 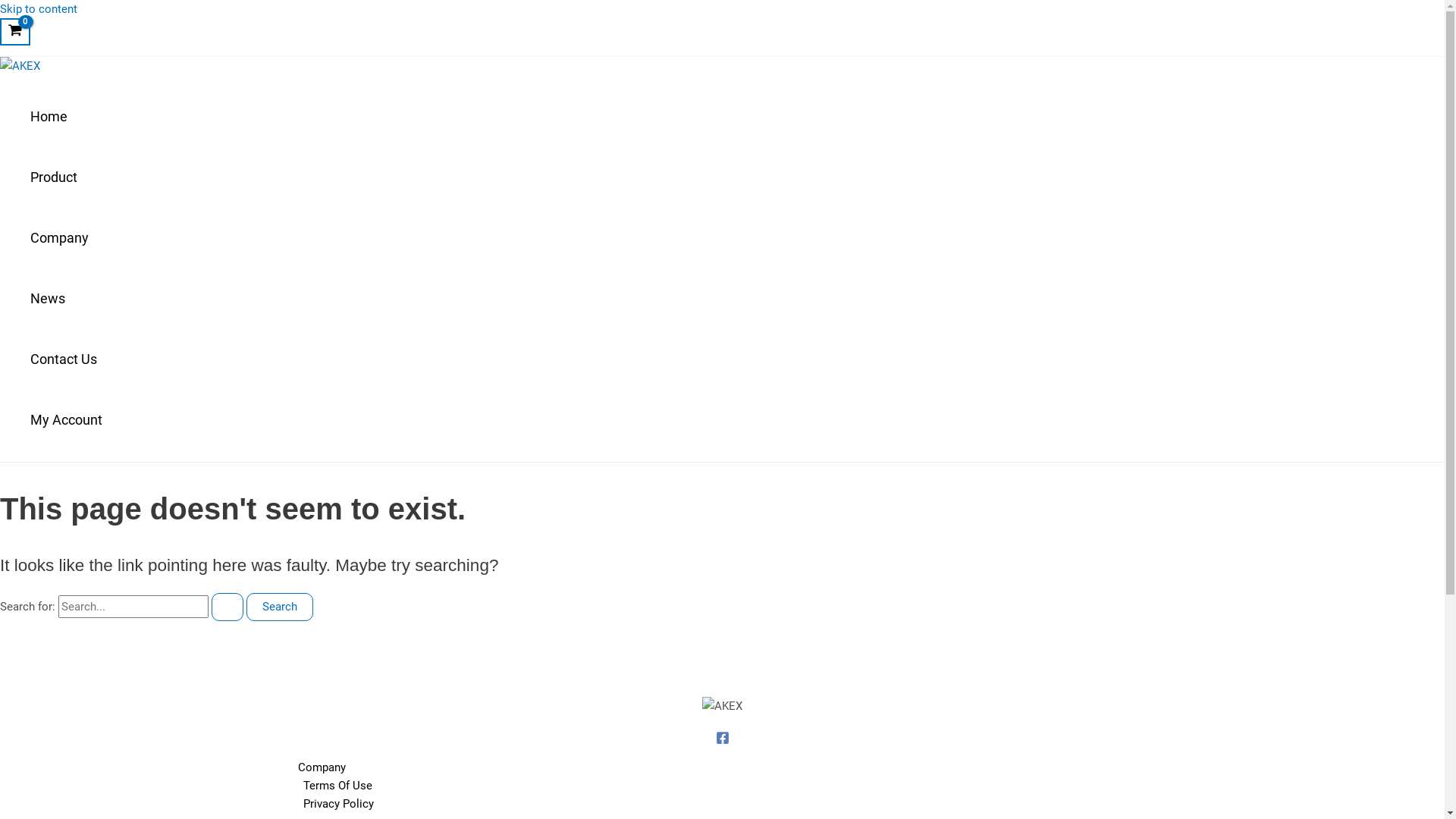 I want to click on 'My Account', so click(x=65, y=420).